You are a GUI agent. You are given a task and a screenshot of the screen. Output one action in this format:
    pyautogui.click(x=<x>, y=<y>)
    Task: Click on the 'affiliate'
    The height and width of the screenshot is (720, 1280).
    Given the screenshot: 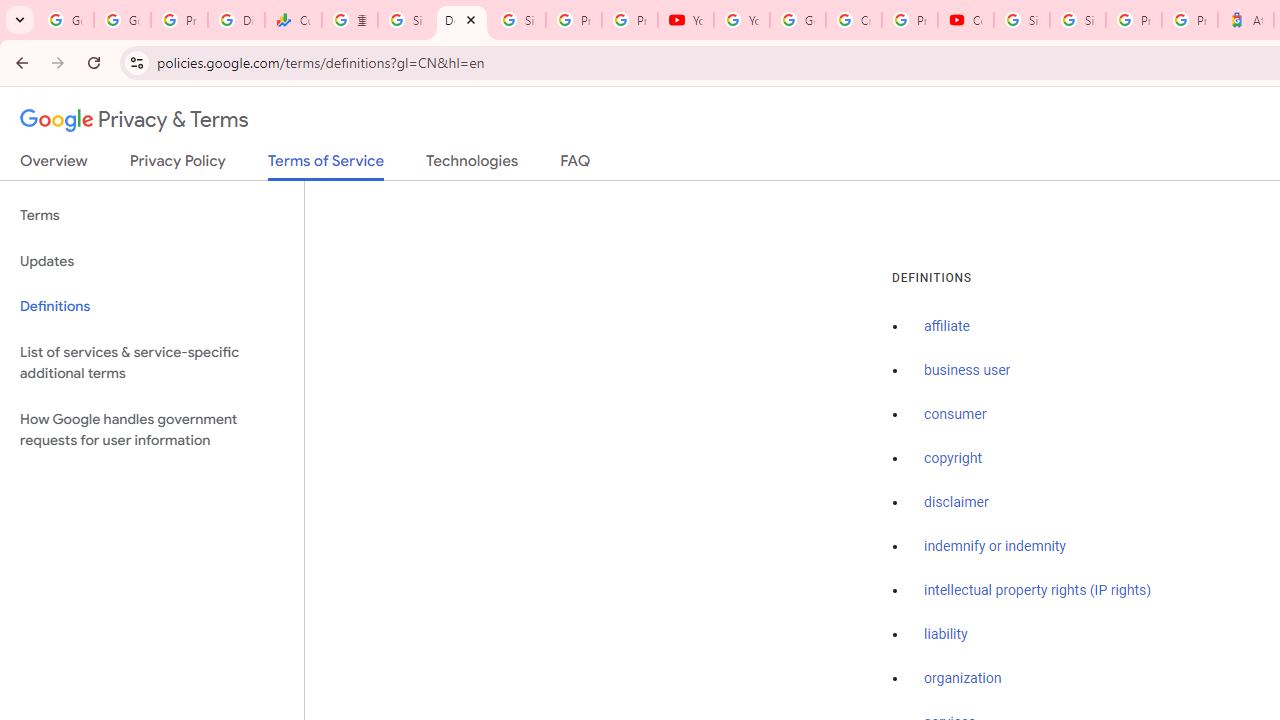 What is the action you would take?
    pyautogui.click(x=946, y=326)
    